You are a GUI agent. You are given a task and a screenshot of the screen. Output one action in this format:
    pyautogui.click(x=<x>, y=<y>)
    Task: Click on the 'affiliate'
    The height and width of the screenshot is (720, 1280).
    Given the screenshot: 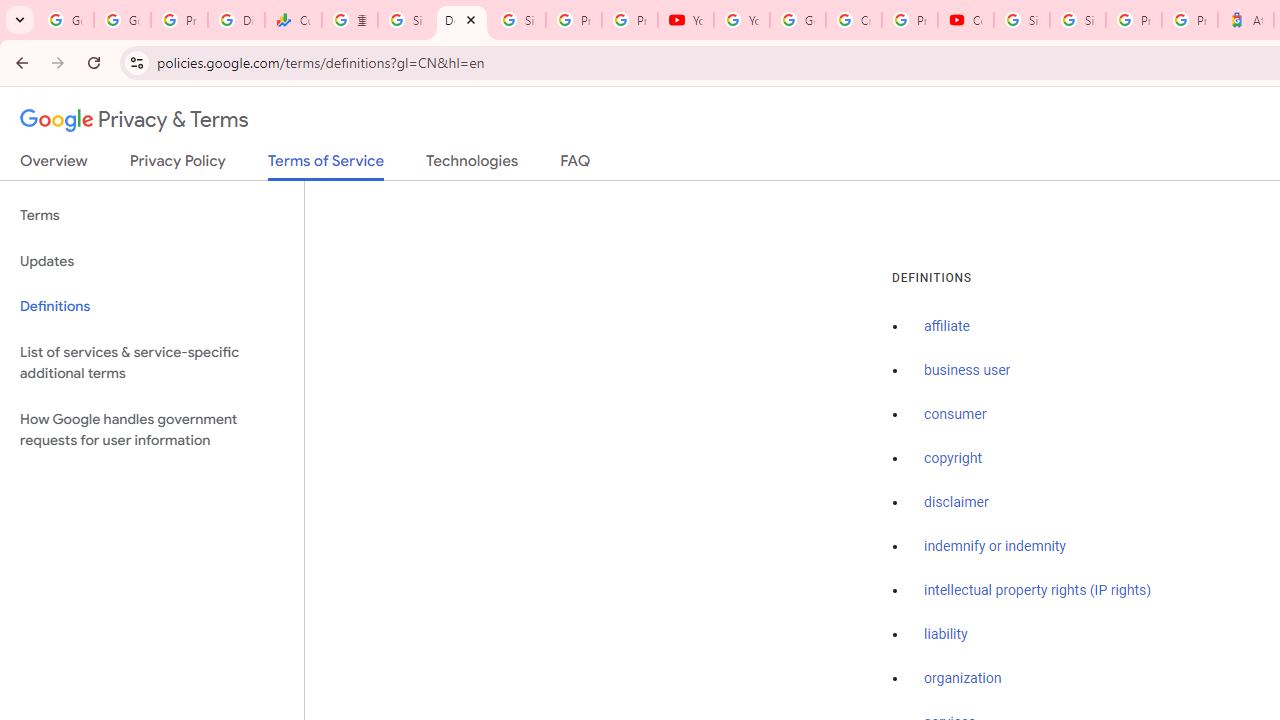 What is the action you would take?
    pyautogui.click(x=946, y=326)
    